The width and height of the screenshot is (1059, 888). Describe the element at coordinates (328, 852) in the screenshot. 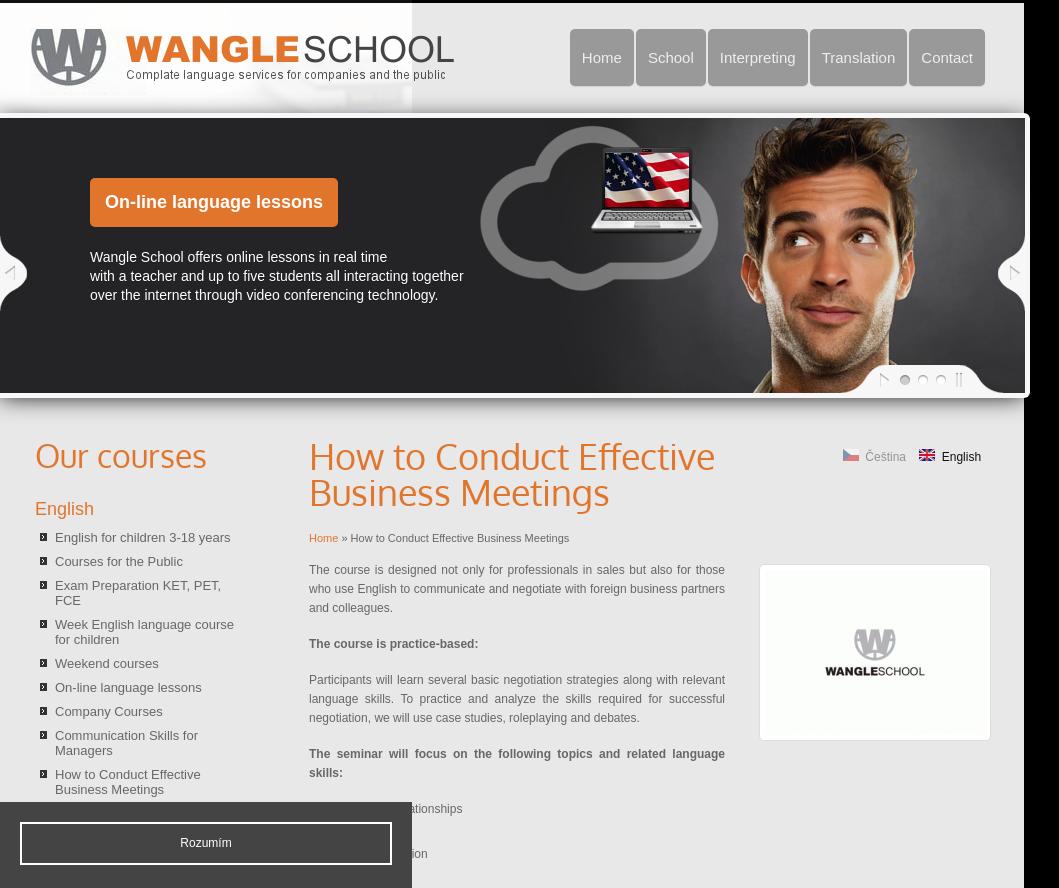

I see `'initial conversation'` at that location.